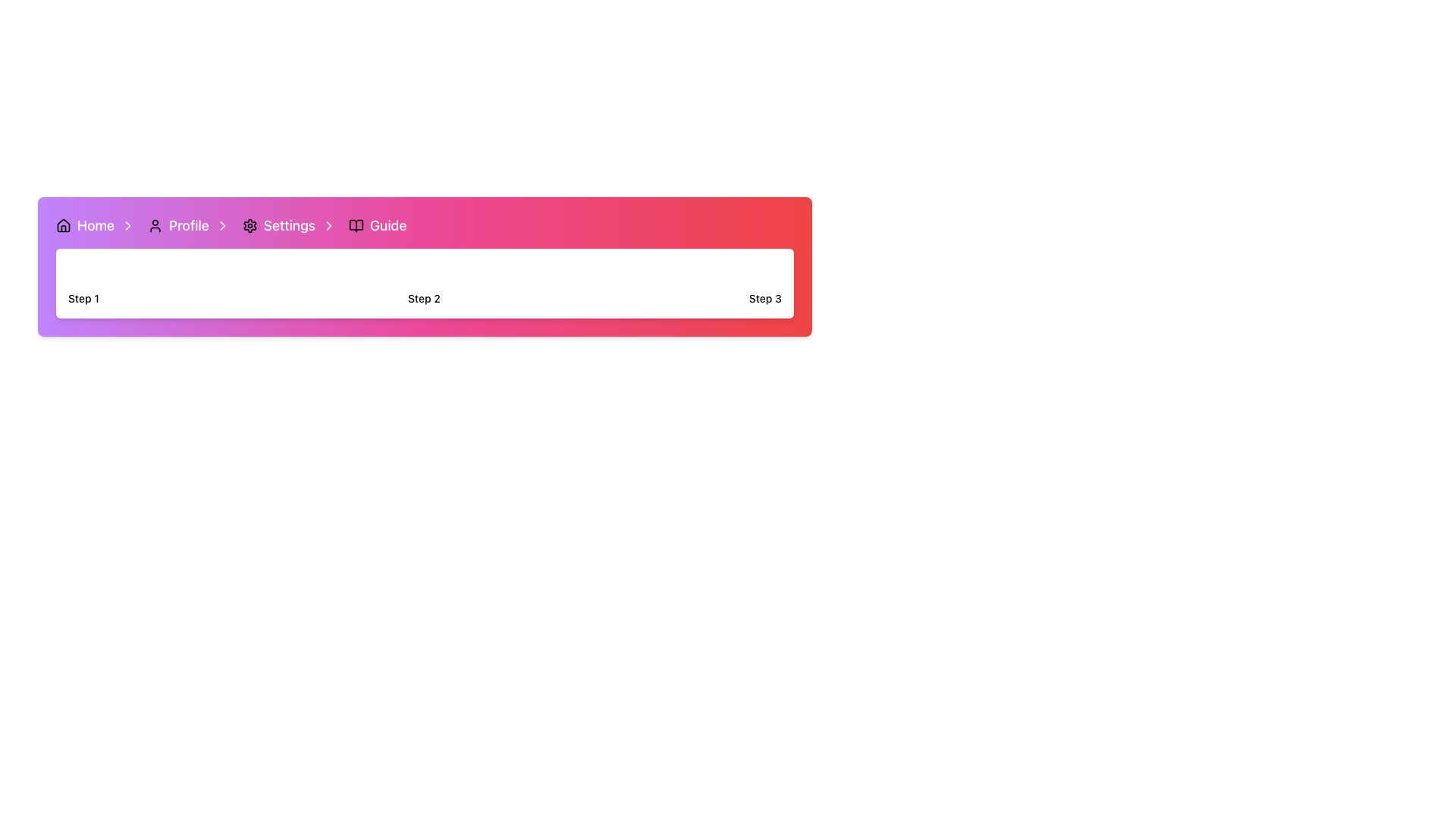  Describe the element at coordinates (62, 225) in the screenshot. I see `the house icon representing the 'Home' button in the navigation` at that location.